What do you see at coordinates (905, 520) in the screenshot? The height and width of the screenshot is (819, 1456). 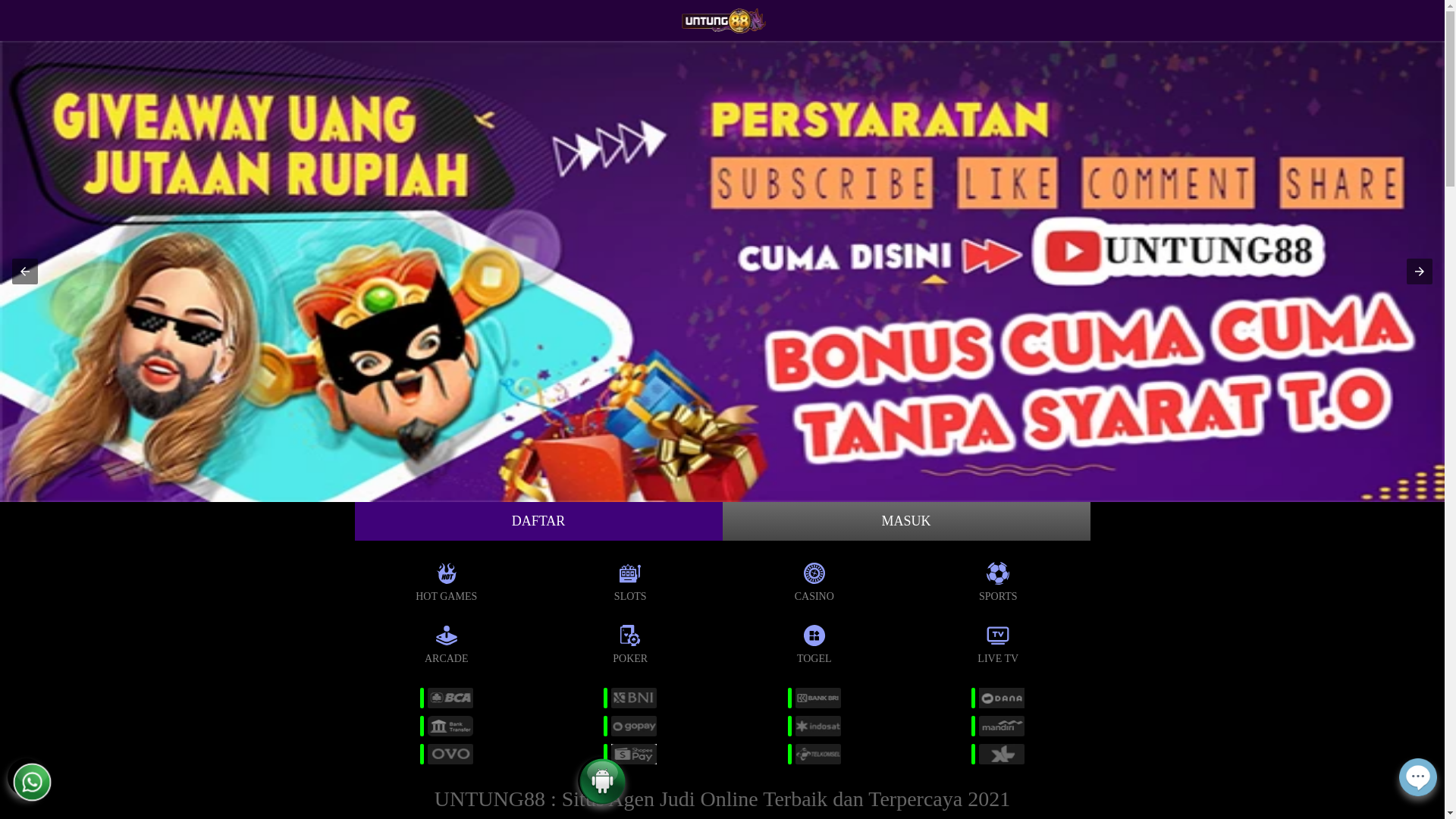 I see `'MASUK'` at bounding box center [905, 520].